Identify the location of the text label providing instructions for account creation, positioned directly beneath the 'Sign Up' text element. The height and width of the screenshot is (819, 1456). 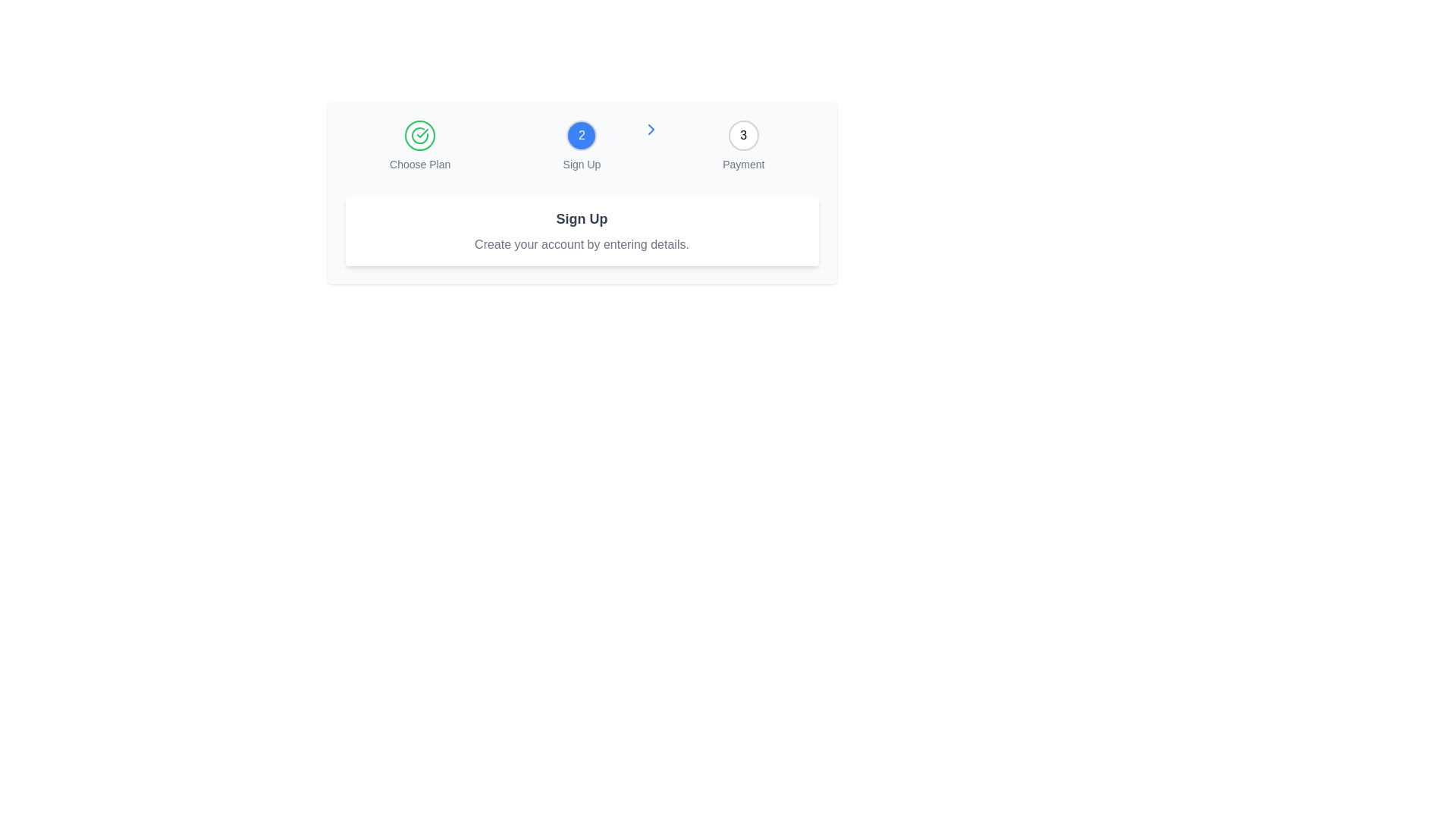
(581, 244).